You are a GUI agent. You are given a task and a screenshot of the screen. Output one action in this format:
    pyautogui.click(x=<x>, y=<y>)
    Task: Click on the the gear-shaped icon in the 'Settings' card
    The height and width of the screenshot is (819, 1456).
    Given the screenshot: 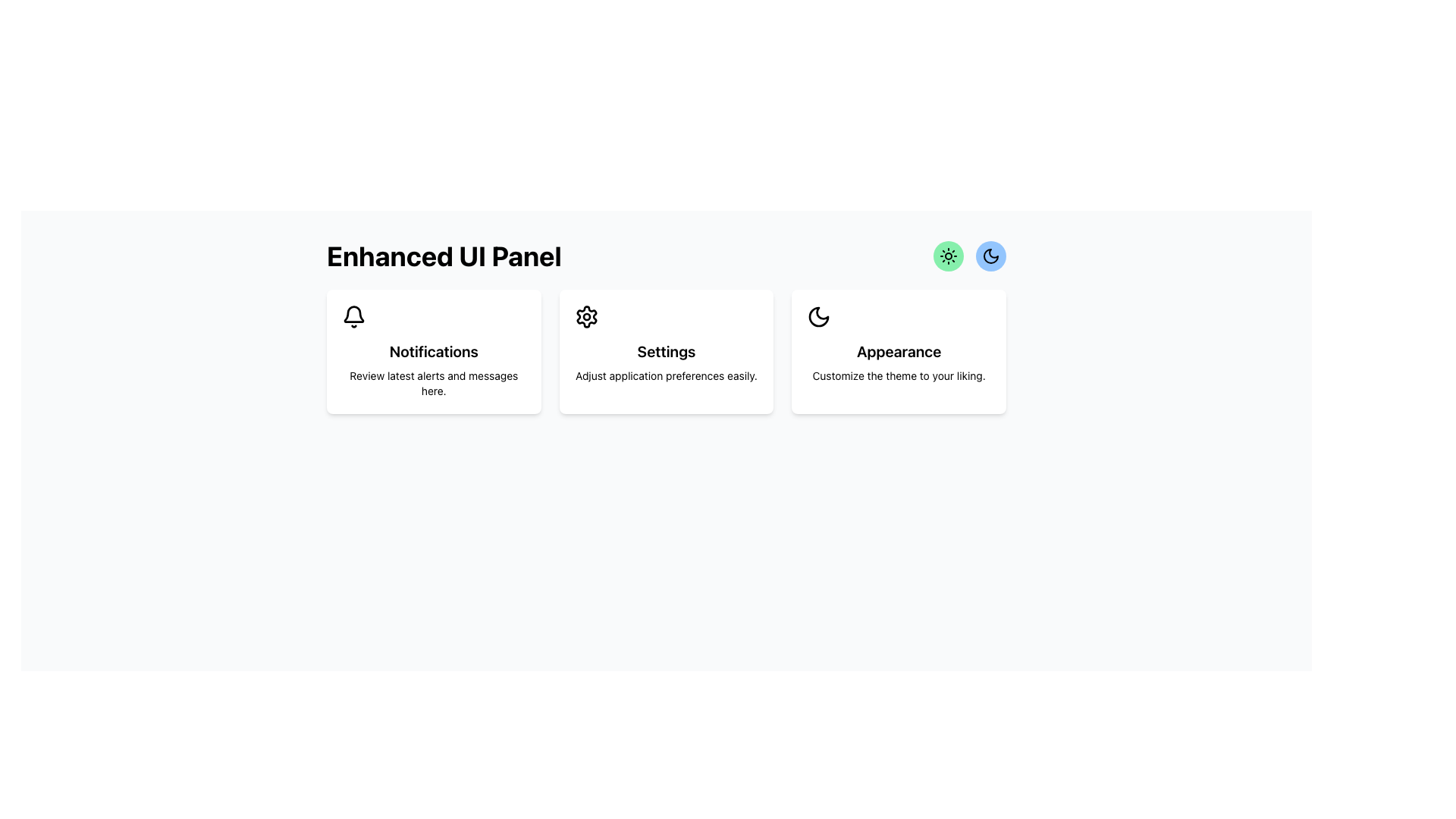 What is the action you would take?
    pyautogui.click(x=585, y=315)
    